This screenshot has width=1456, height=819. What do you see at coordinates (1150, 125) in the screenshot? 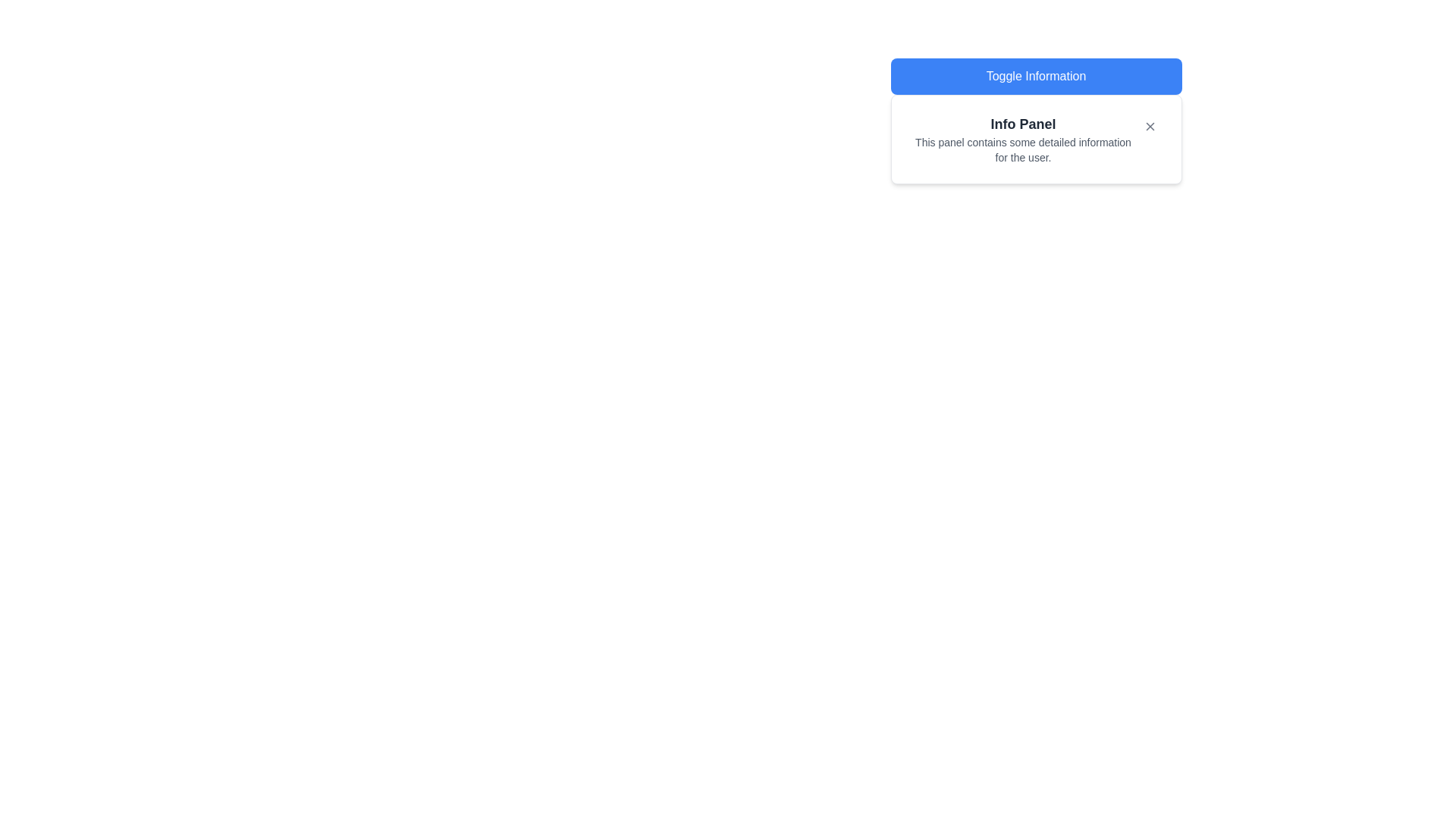
I see `the small button with a gray cross icon located at the top-right corner of the 'Info Panel' box to invoke an action` at bounding box center [1150, 125].